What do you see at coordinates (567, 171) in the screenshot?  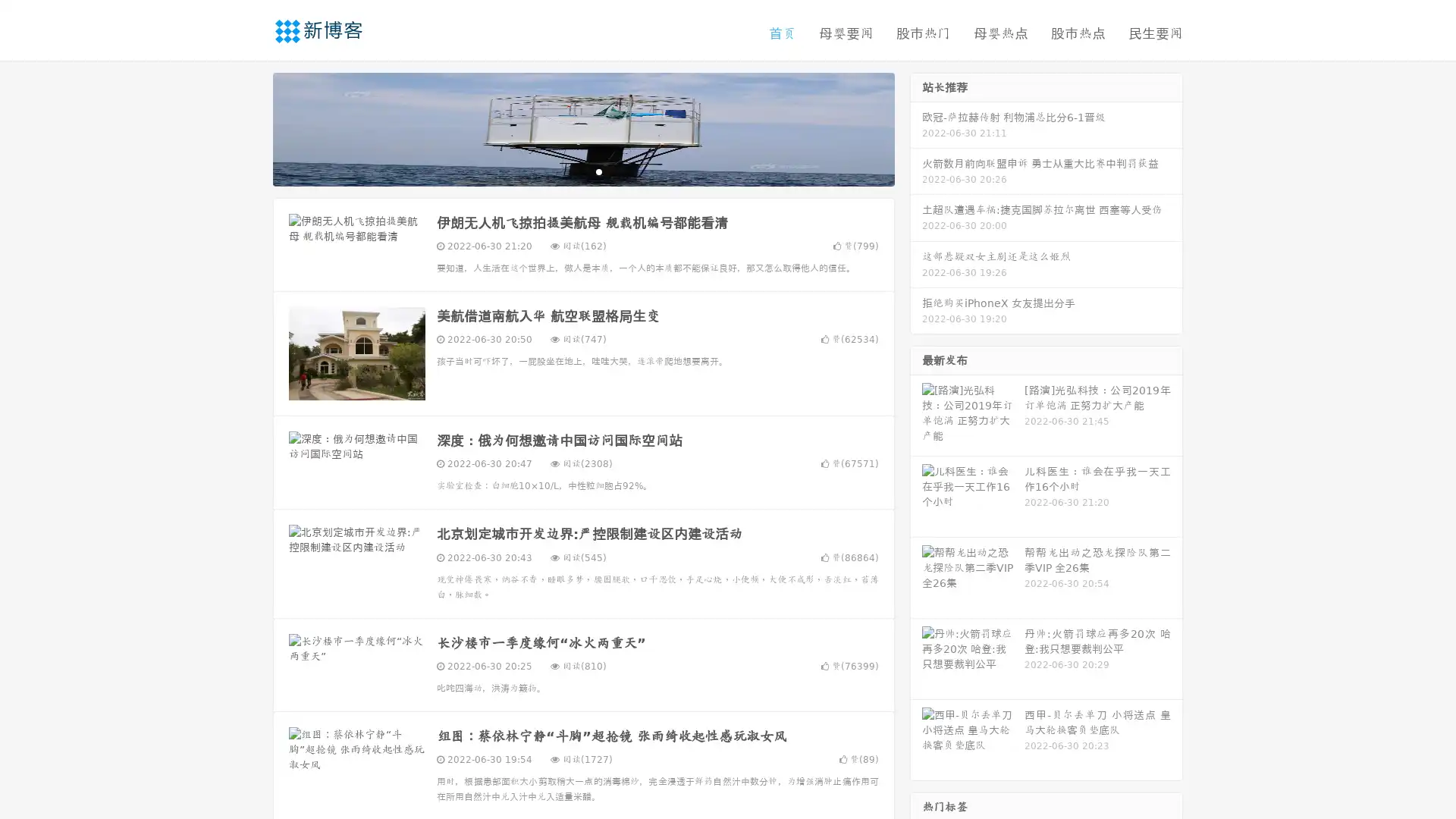 I see `Go to slide 1` at bounding box center [567, 171].